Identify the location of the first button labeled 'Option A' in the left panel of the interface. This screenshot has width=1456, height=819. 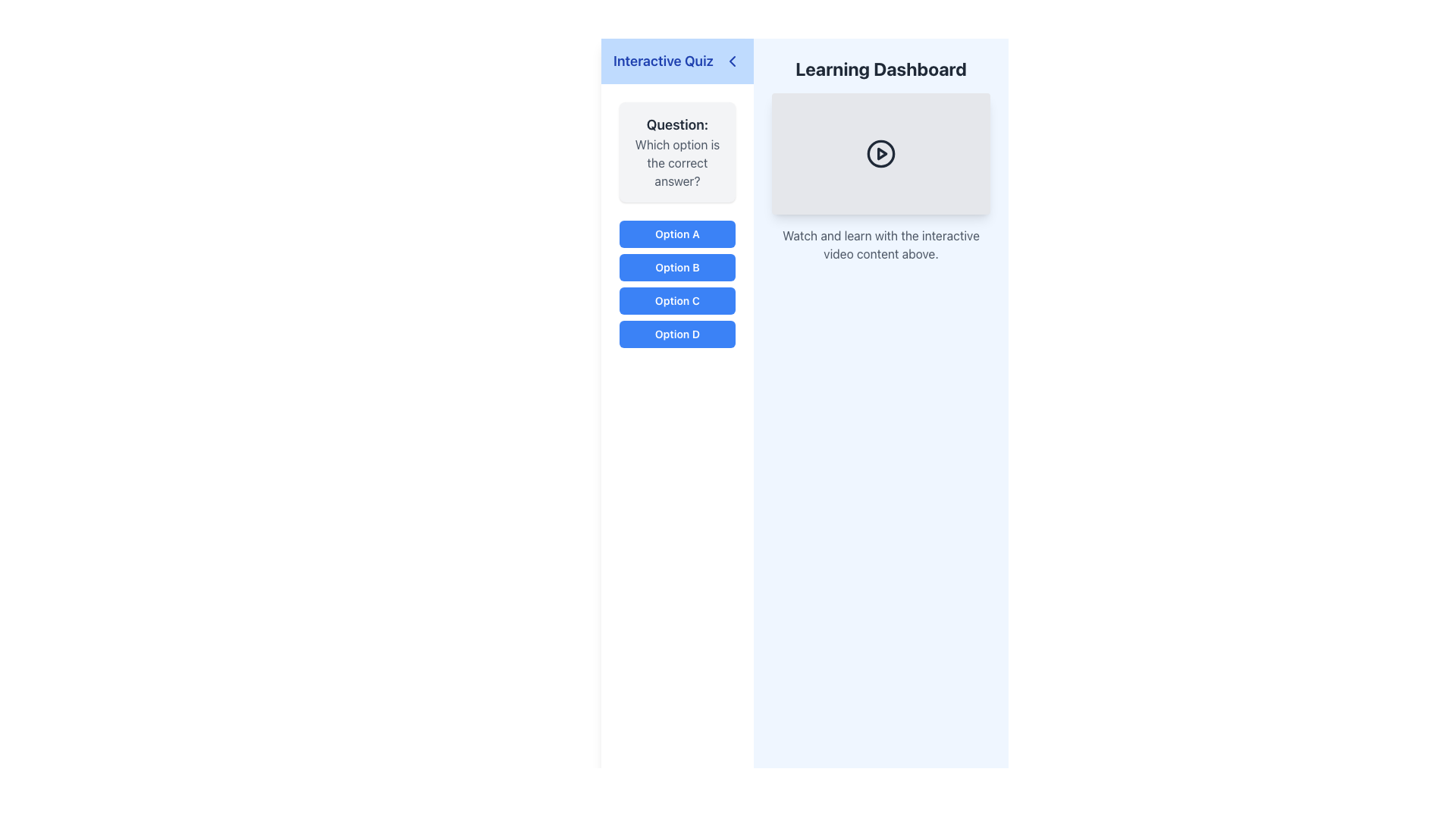
(676, 234).